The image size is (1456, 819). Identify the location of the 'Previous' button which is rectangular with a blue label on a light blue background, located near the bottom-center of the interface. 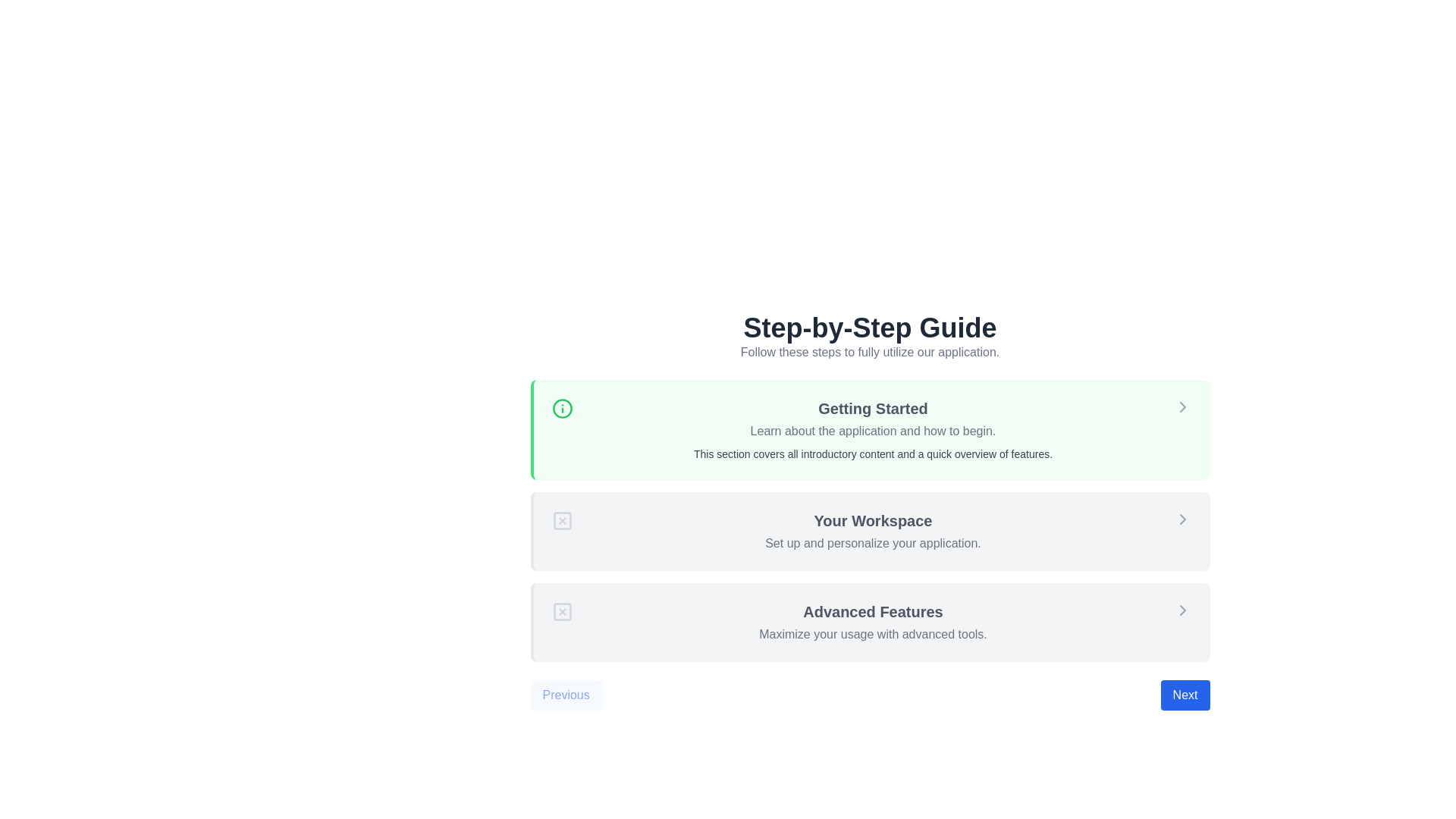
(565, 695).